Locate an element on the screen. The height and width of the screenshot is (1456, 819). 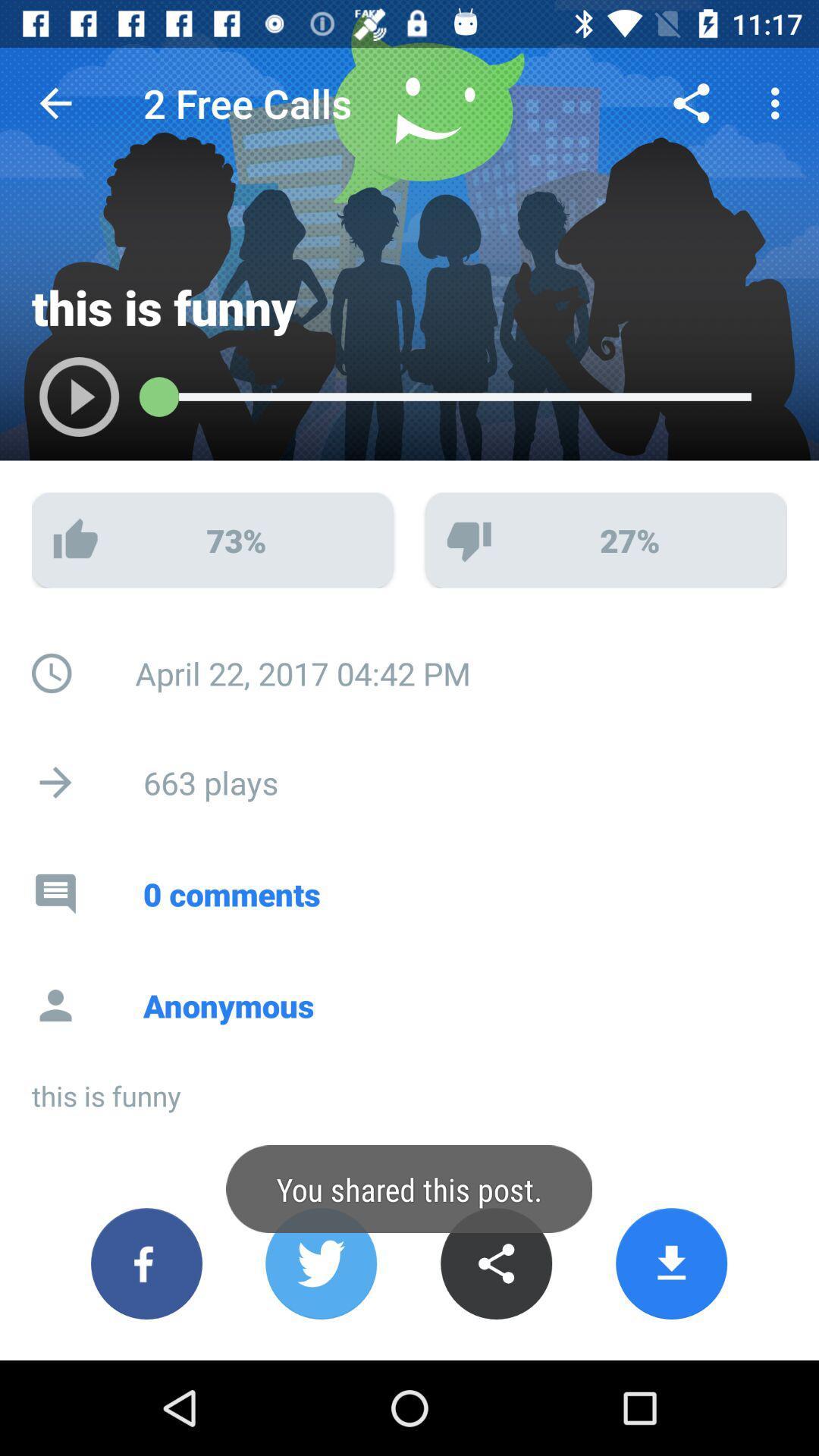
share on facebook is located at coordinates (146, 1263).